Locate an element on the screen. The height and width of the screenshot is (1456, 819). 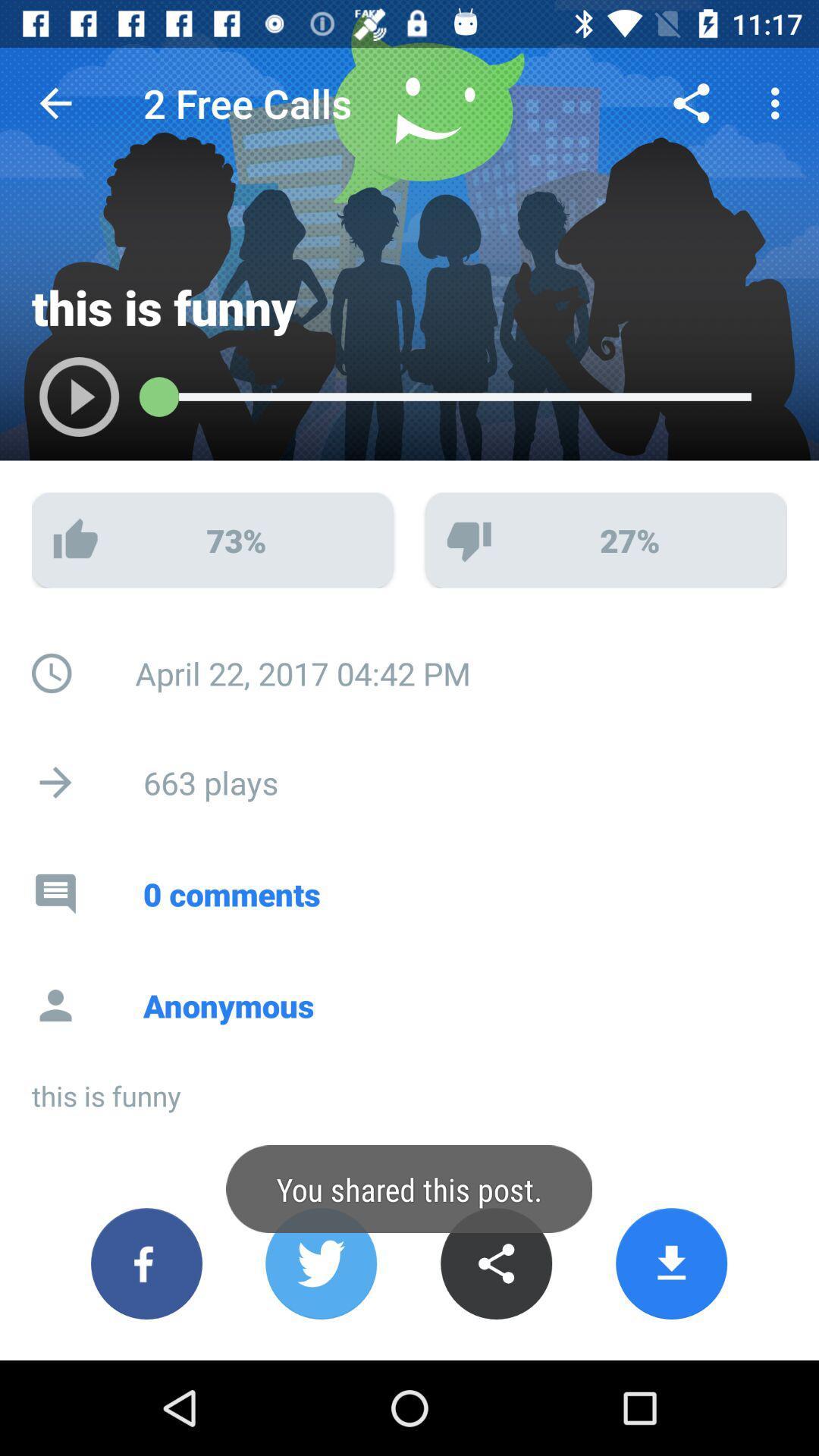
share on facebook is located at coordinates (146, 1263).